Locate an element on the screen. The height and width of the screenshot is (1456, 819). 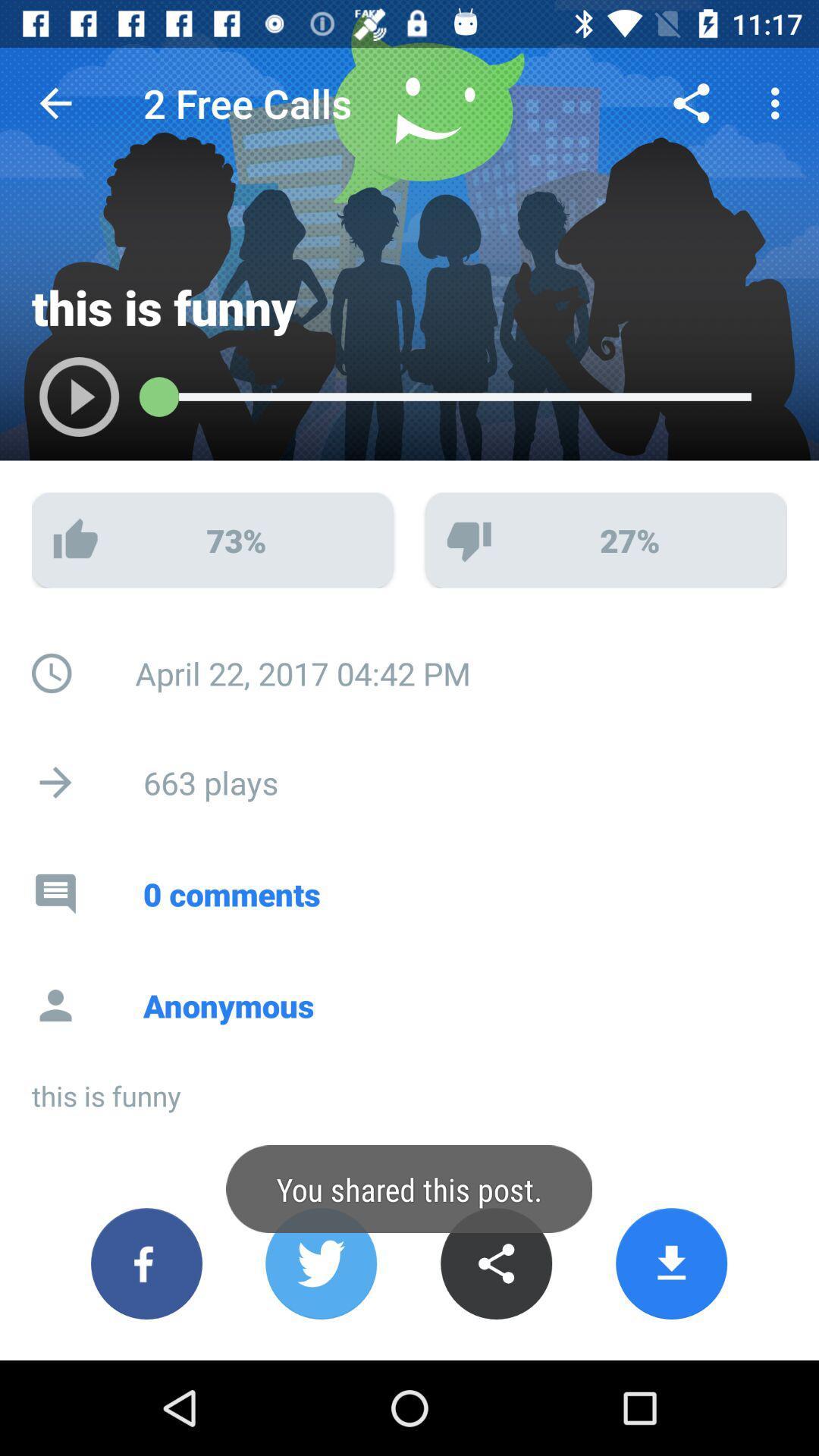
share on facebook is located at coordinates (146, 1263).